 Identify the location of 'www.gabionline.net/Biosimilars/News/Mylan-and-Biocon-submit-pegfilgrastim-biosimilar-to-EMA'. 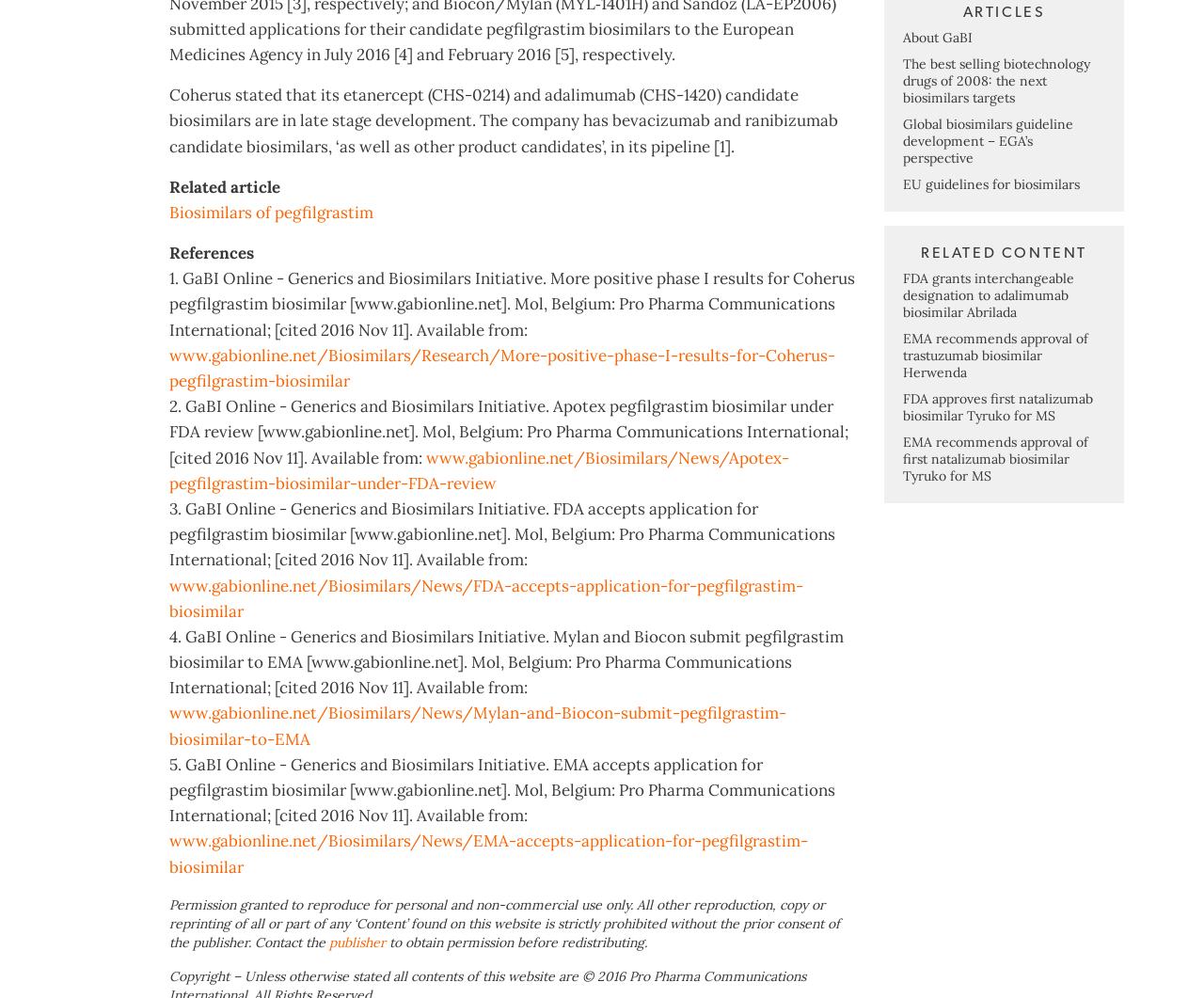
(478, 799).